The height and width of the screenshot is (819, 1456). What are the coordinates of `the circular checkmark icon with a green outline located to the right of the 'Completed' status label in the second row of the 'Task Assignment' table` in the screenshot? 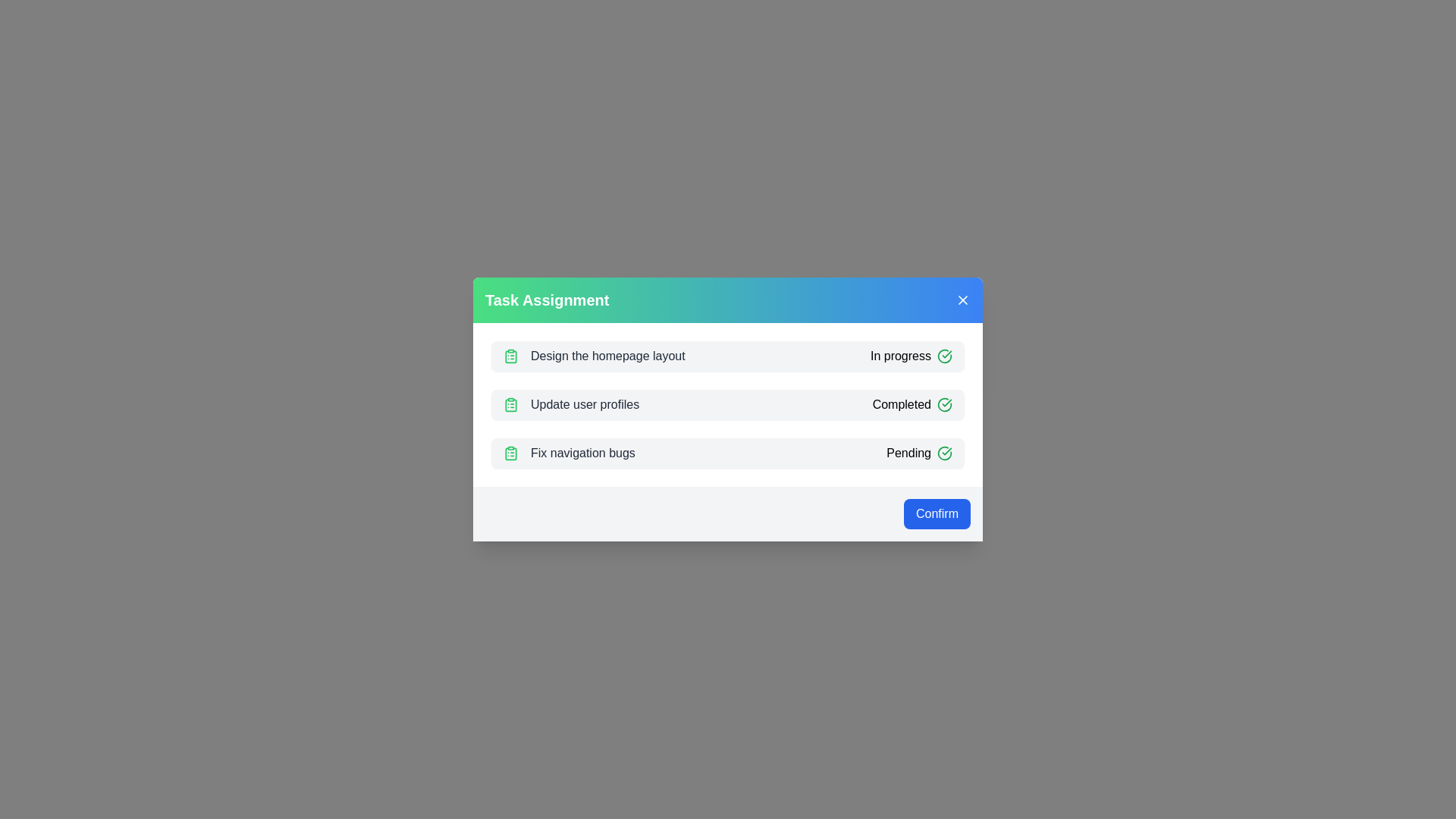 It's located at (944, 403).